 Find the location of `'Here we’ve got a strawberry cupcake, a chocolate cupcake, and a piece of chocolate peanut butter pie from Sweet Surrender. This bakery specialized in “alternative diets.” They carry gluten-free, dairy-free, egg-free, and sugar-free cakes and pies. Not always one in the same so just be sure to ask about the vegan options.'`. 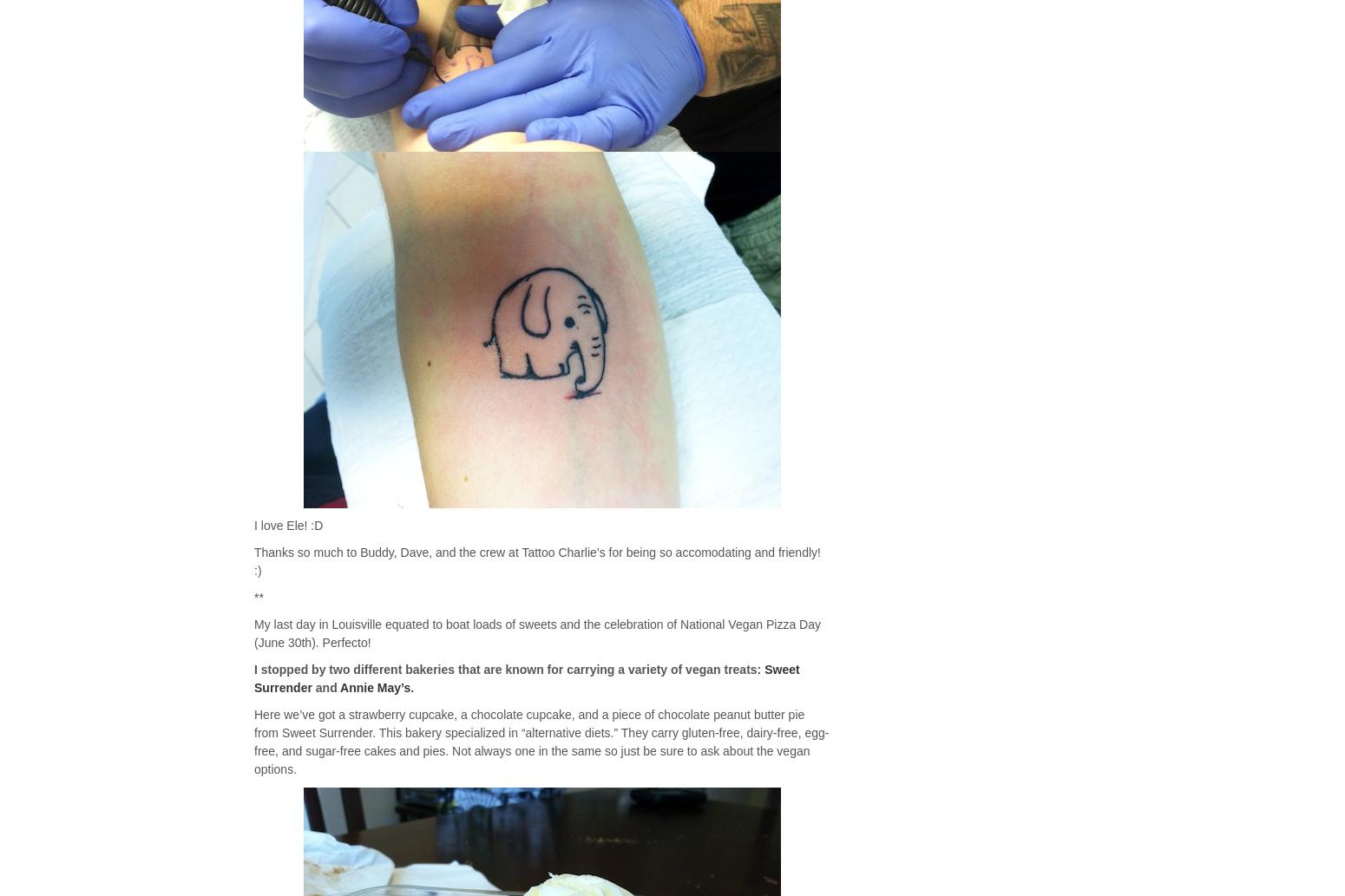

'Here we’ve got a strawberry cupcake, a chocolate cupcake, and a piece of chocolate peanut butter pie from Sweet Surrender. This bakery specialized in “alternative diets.” They carry gluten-free, dairy-free, egg-free, and sugar-free cakes and pies. Not always one in the same so just be sure to ask about the vegan options.' is located at coordinates (541, 742).